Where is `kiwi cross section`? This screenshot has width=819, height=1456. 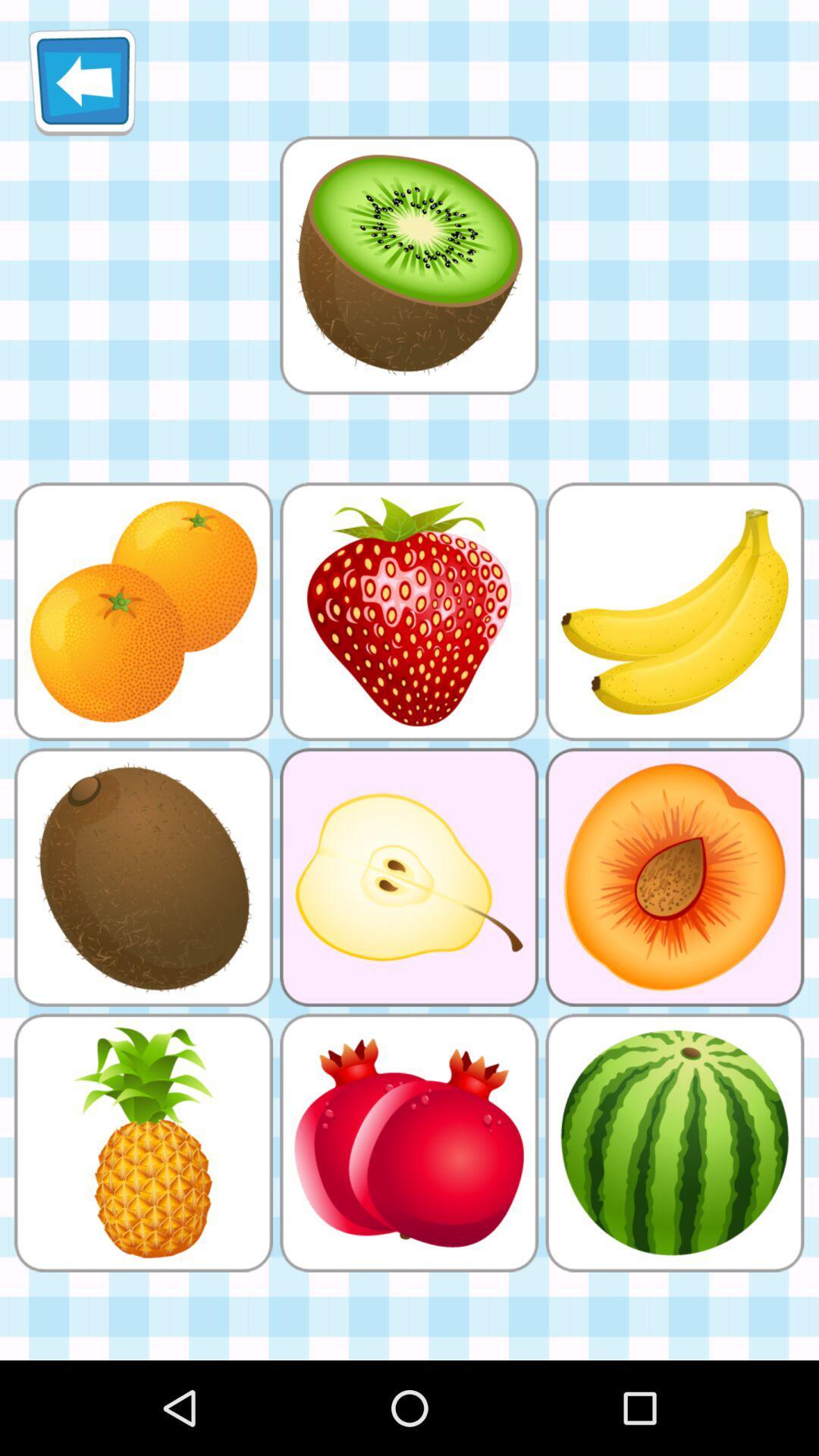 kiwi cross section is located at coordinates (408, 265).